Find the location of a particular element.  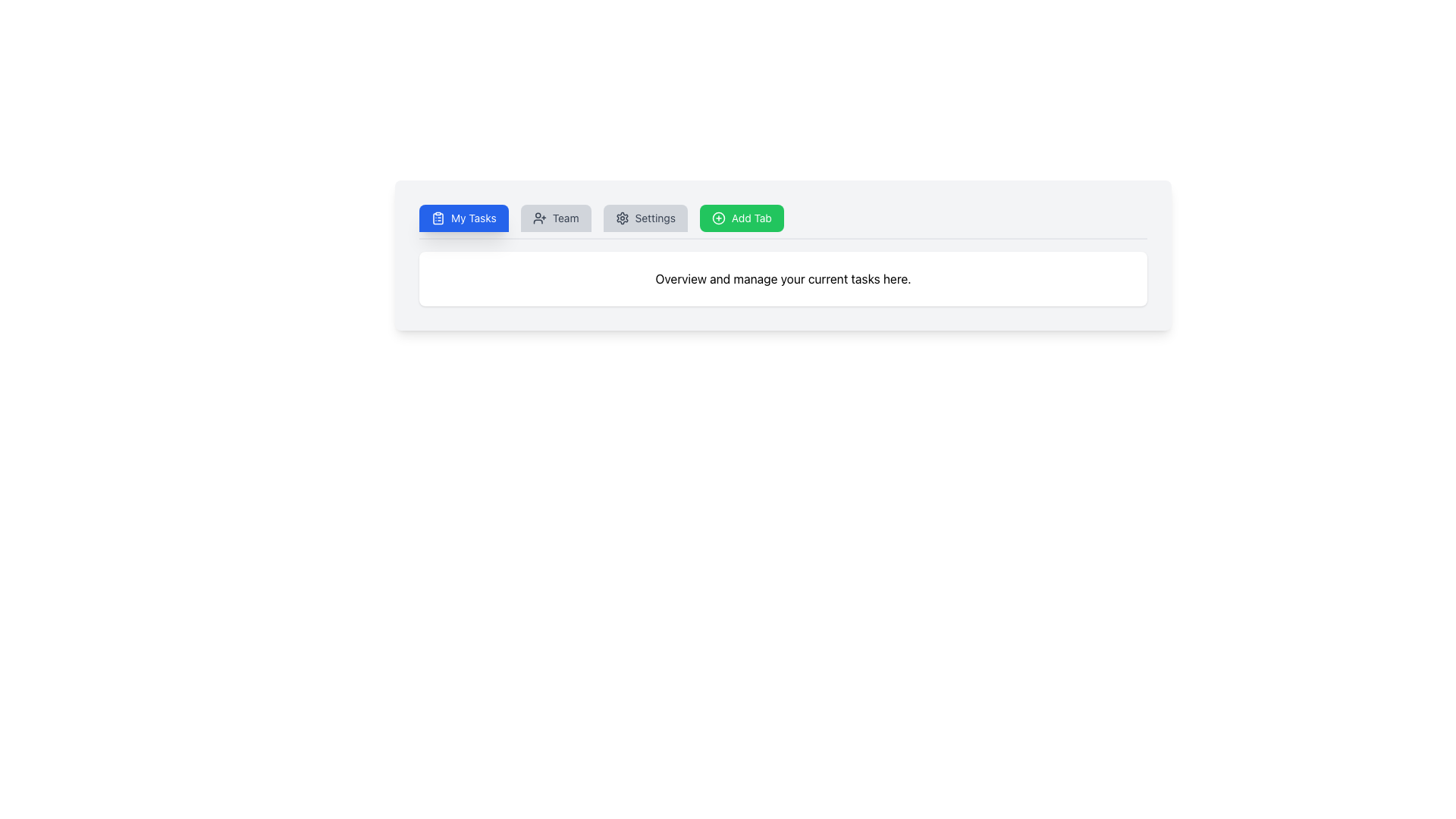

text displayed on the 'Add Tab' button, which is a white label on a green button in the top right section of the interface is located at coordinates (752, 218).